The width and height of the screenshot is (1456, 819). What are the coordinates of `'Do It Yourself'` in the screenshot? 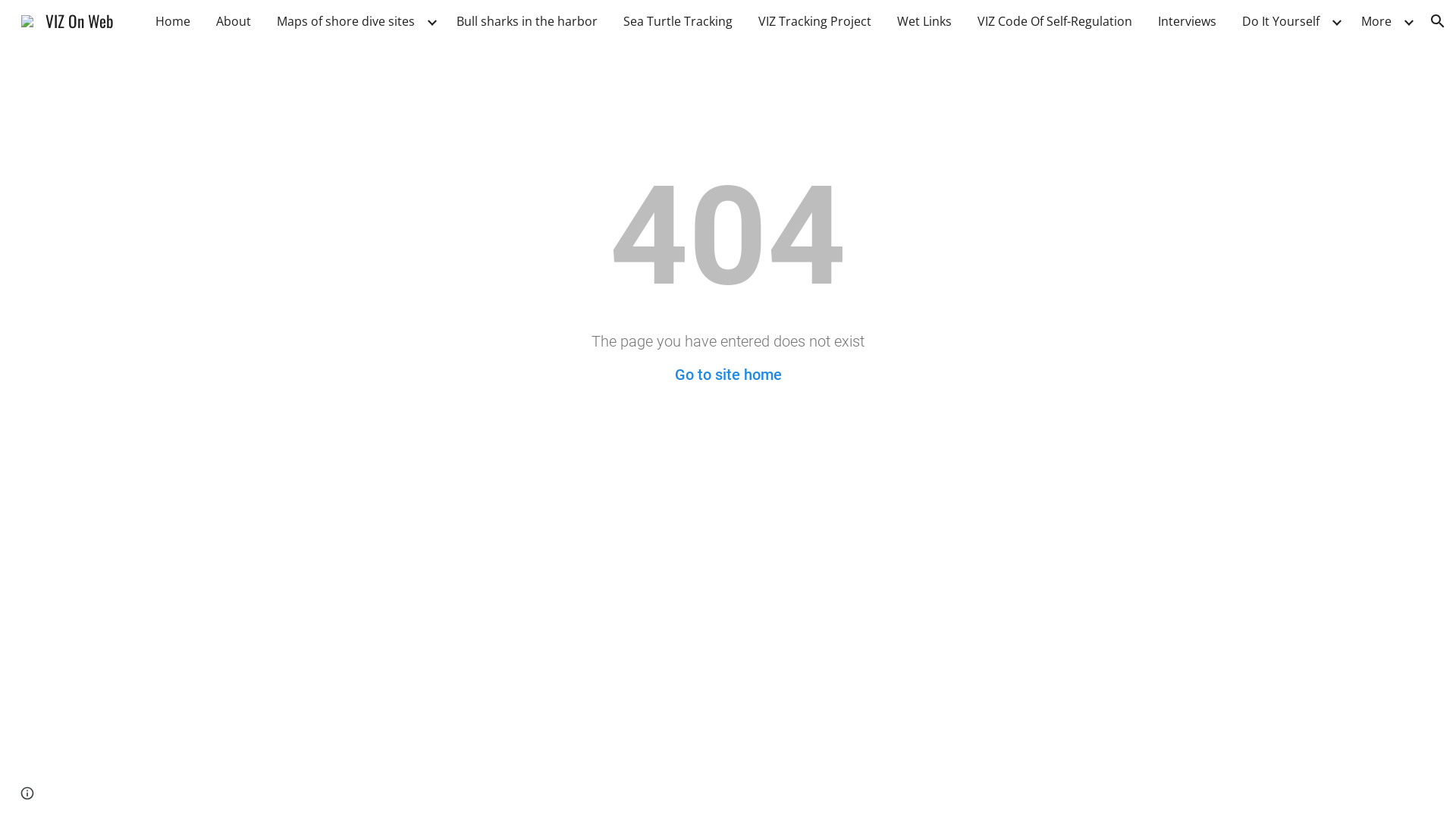 It's located at (1280, 20).